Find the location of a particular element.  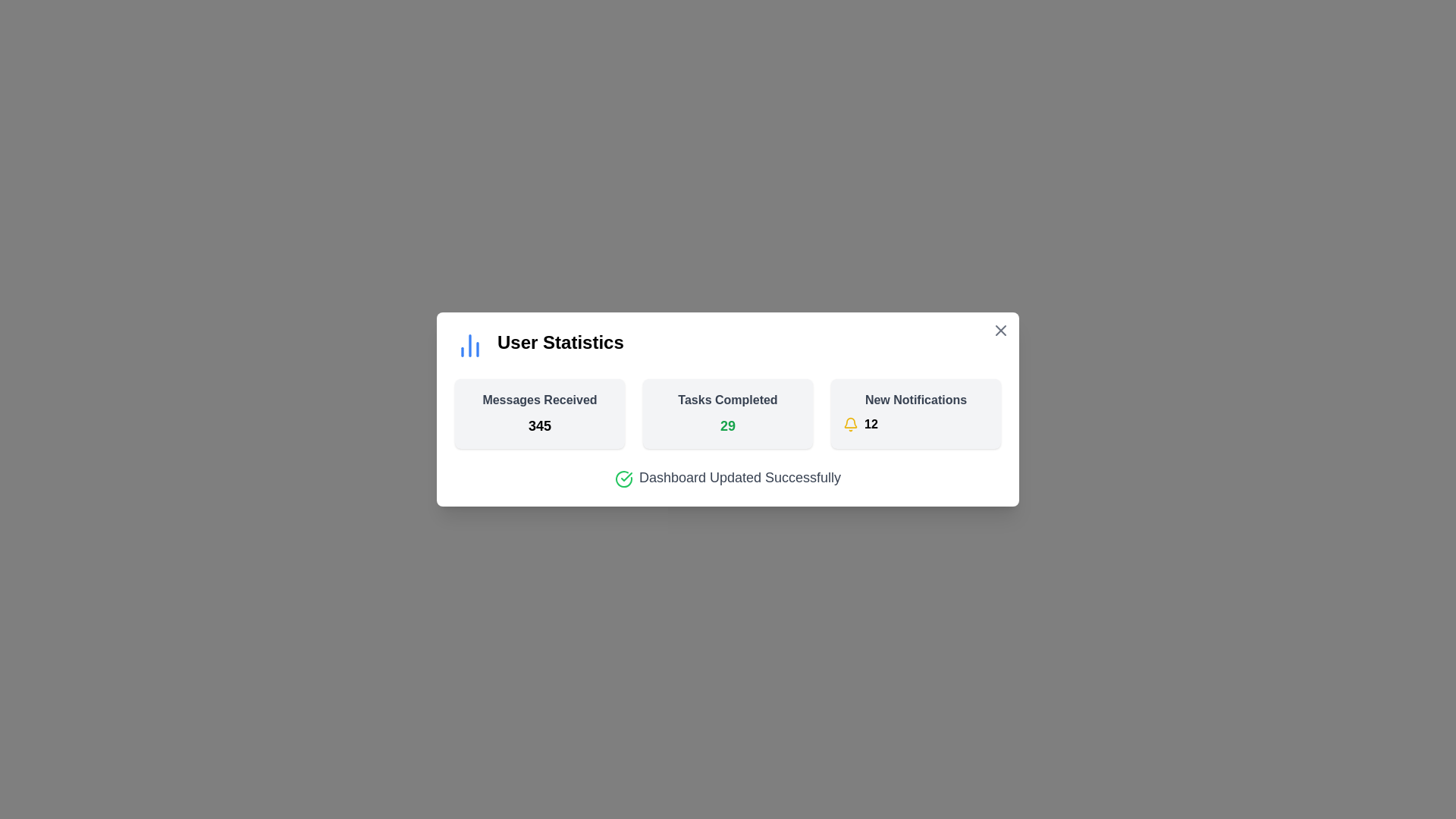

the bold green checkmark icon within the circular graphic that indicates success in the user statistics panel labeled 'Dashboard Updated Successfully' is located at coordinates (626, 475).